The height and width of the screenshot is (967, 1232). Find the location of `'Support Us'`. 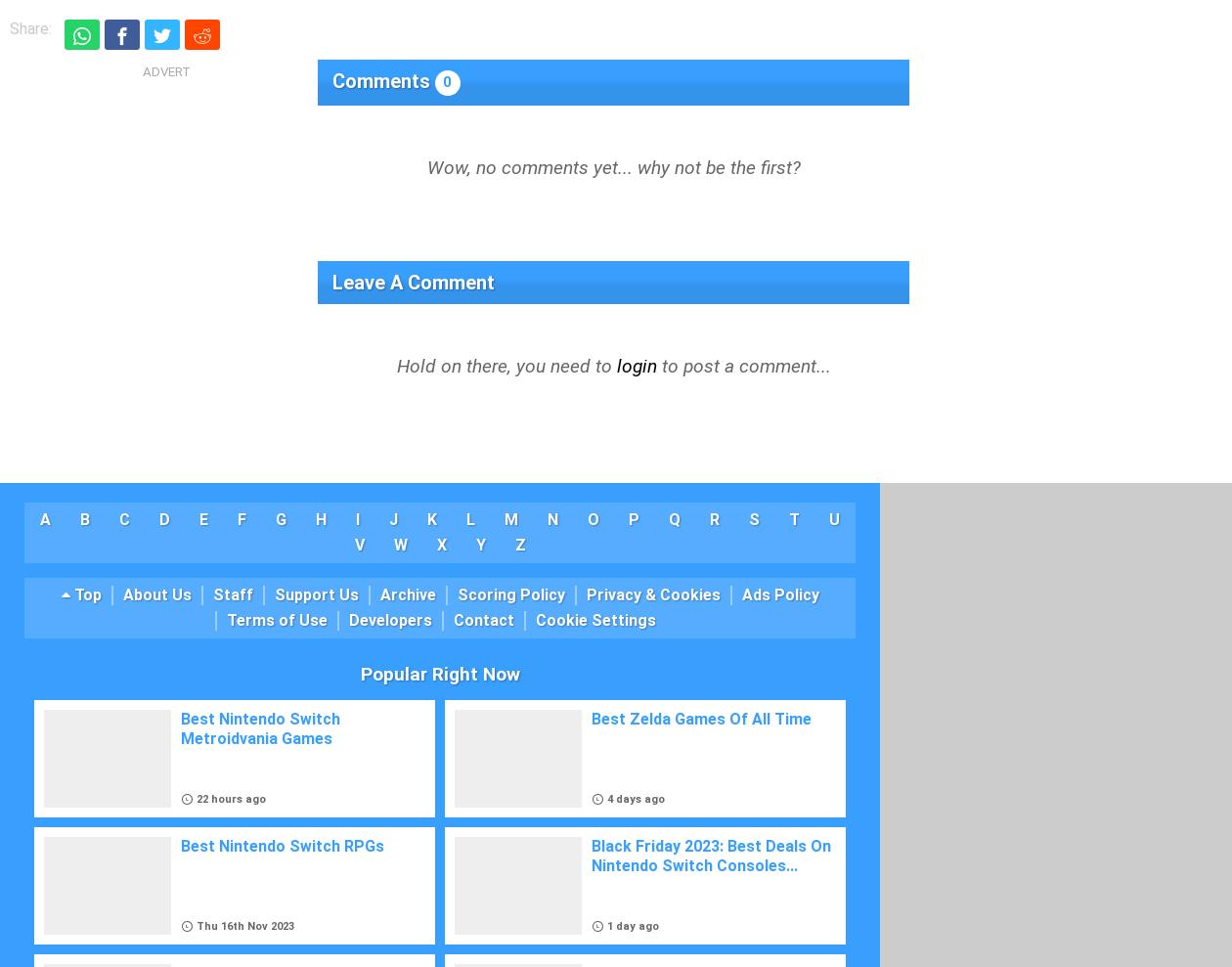

'Support Us' is located at coordinates (315, 594).